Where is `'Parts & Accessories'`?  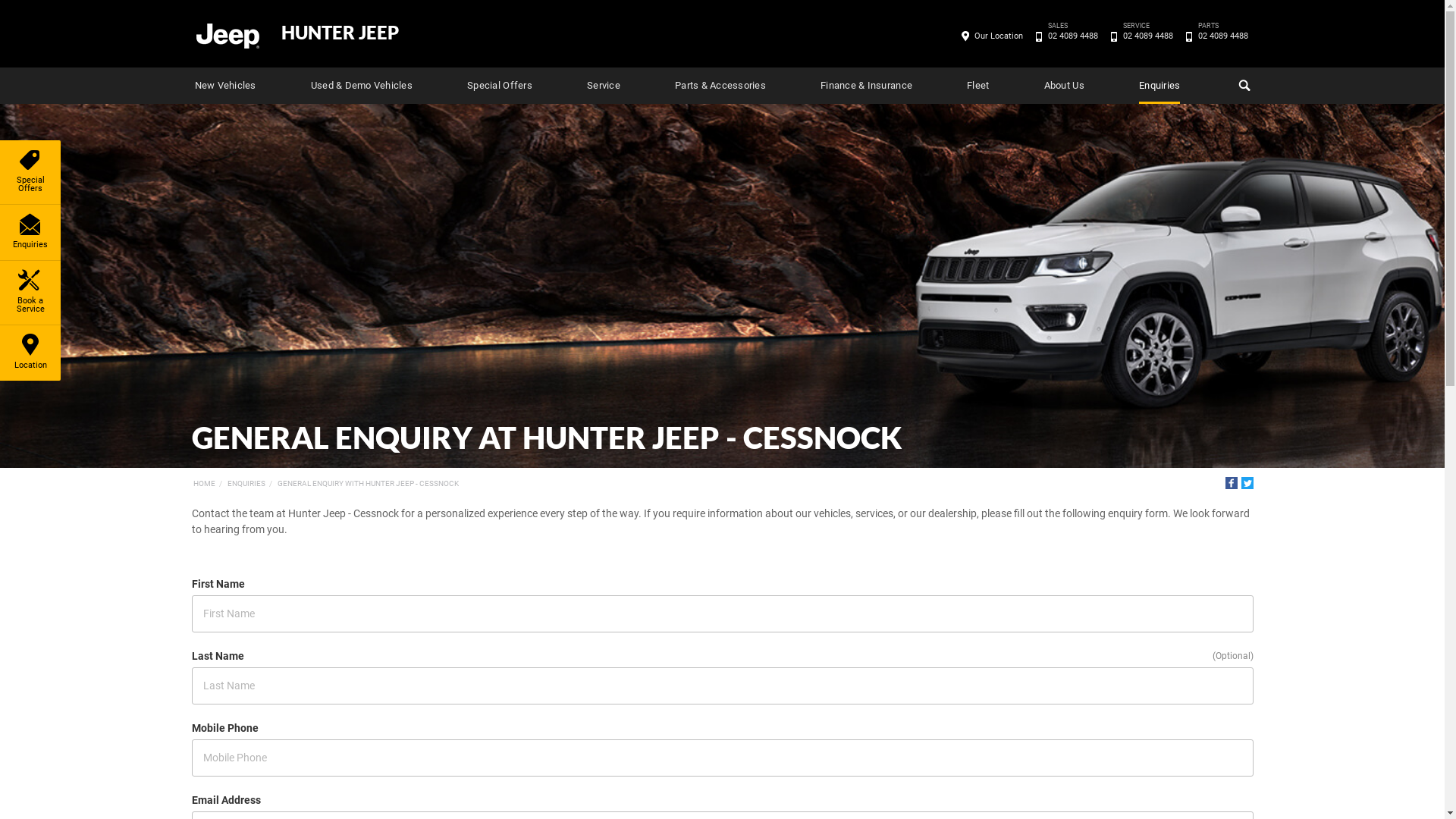
'Parts & Accessories' is located at coordinates (720, 85).